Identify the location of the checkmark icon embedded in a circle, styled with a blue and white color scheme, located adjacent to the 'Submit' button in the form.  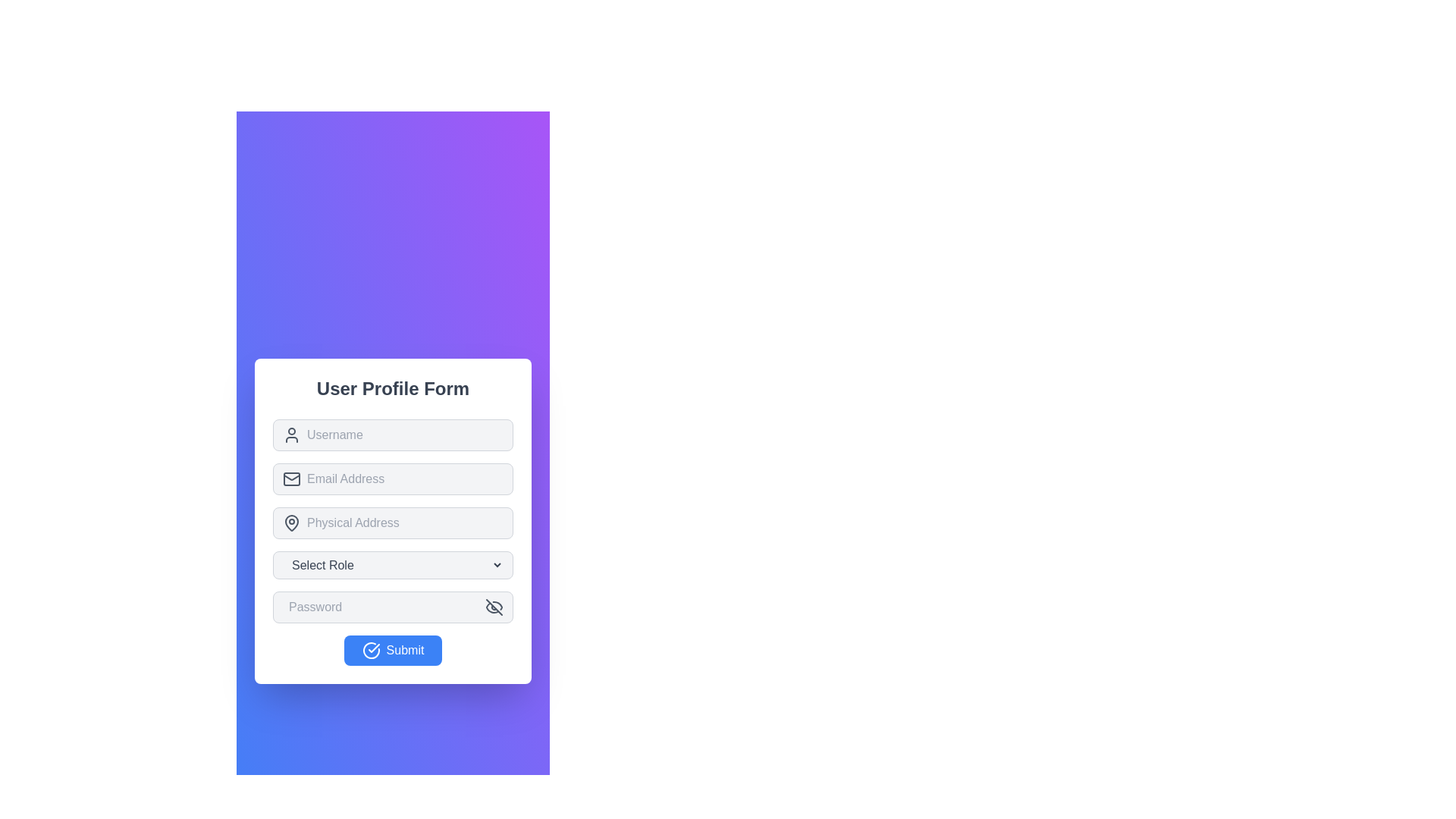
(374, 648).